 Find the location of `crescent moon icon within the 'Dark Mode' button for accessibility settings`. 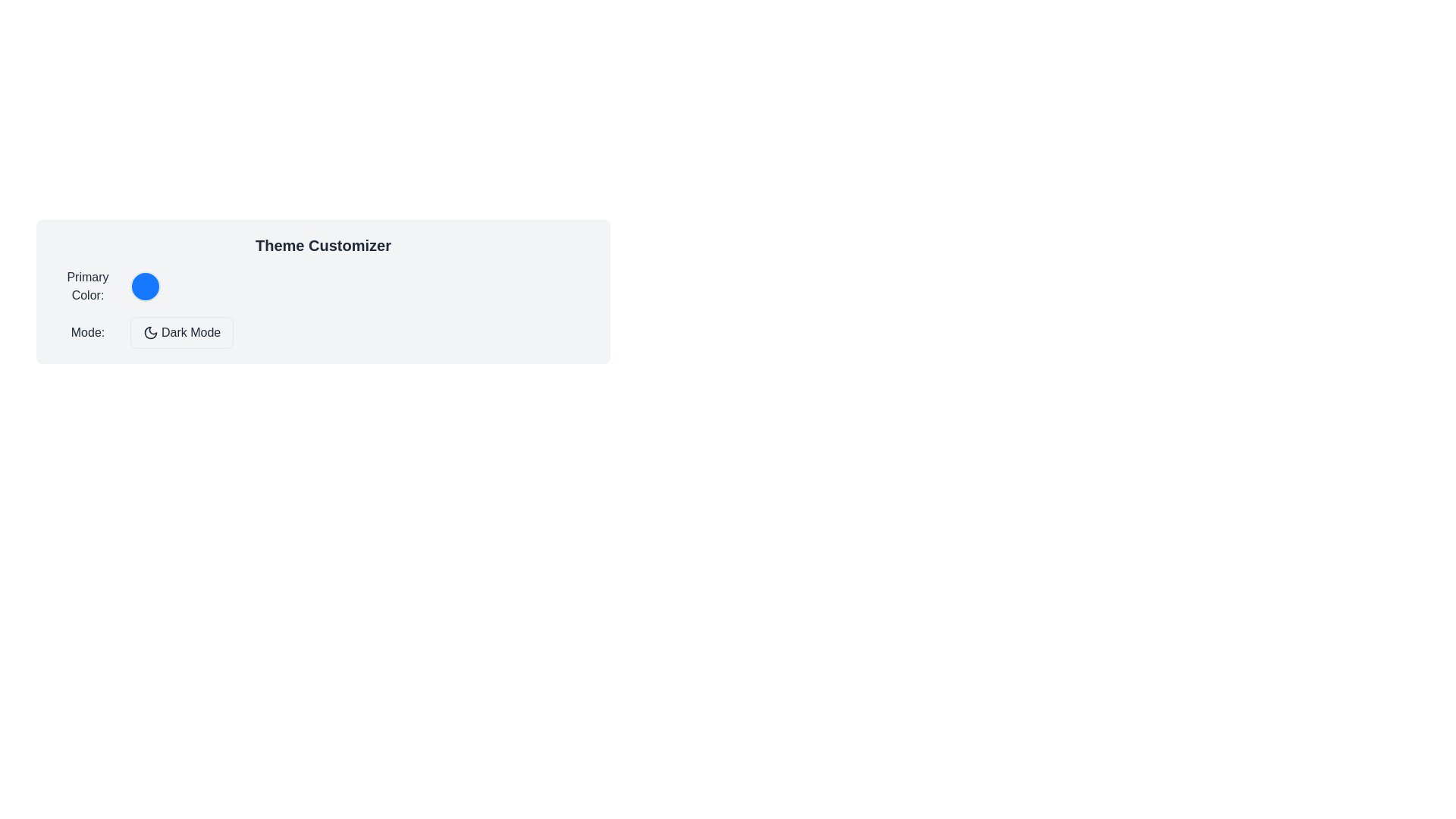

crescent moon icon within the 'Dark Mode' button for accessibility settings is located at coordinates (150, 332).